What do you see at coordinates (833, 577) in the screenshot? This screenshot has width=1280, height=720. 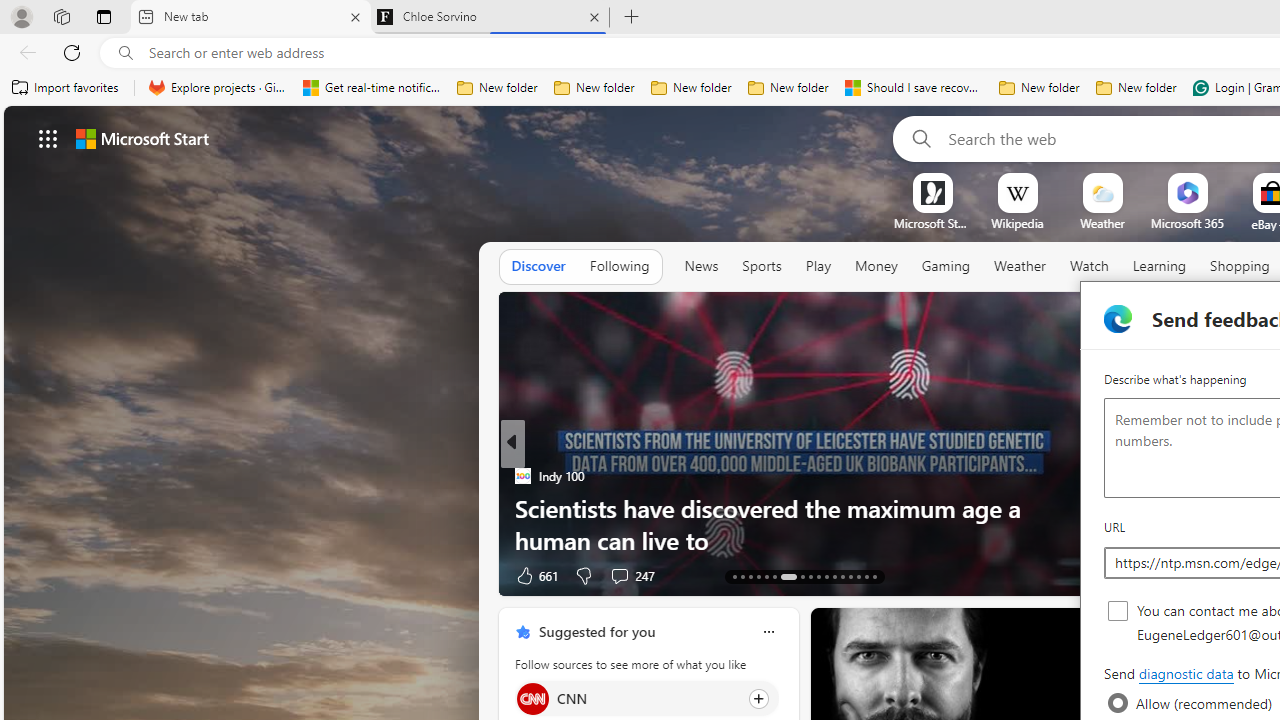 I see `'AutomationID: tab-24'` at bounding box center [833, 577].